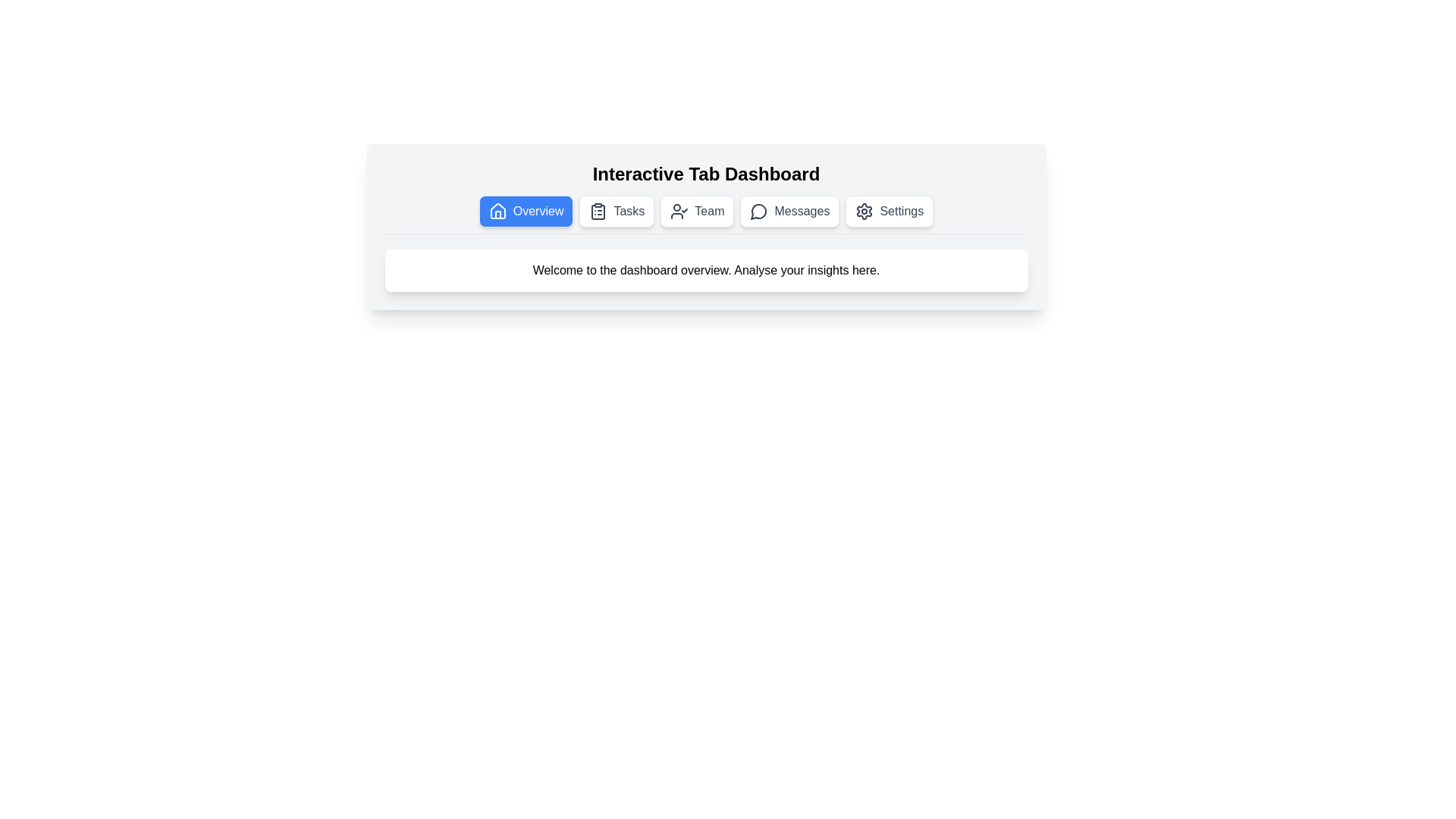 Image resolution: width=1456 pixels, height=819 pixels. I want to click on the button with a white background and clipboard icon labeled 'Tasks', so click(617, 211).